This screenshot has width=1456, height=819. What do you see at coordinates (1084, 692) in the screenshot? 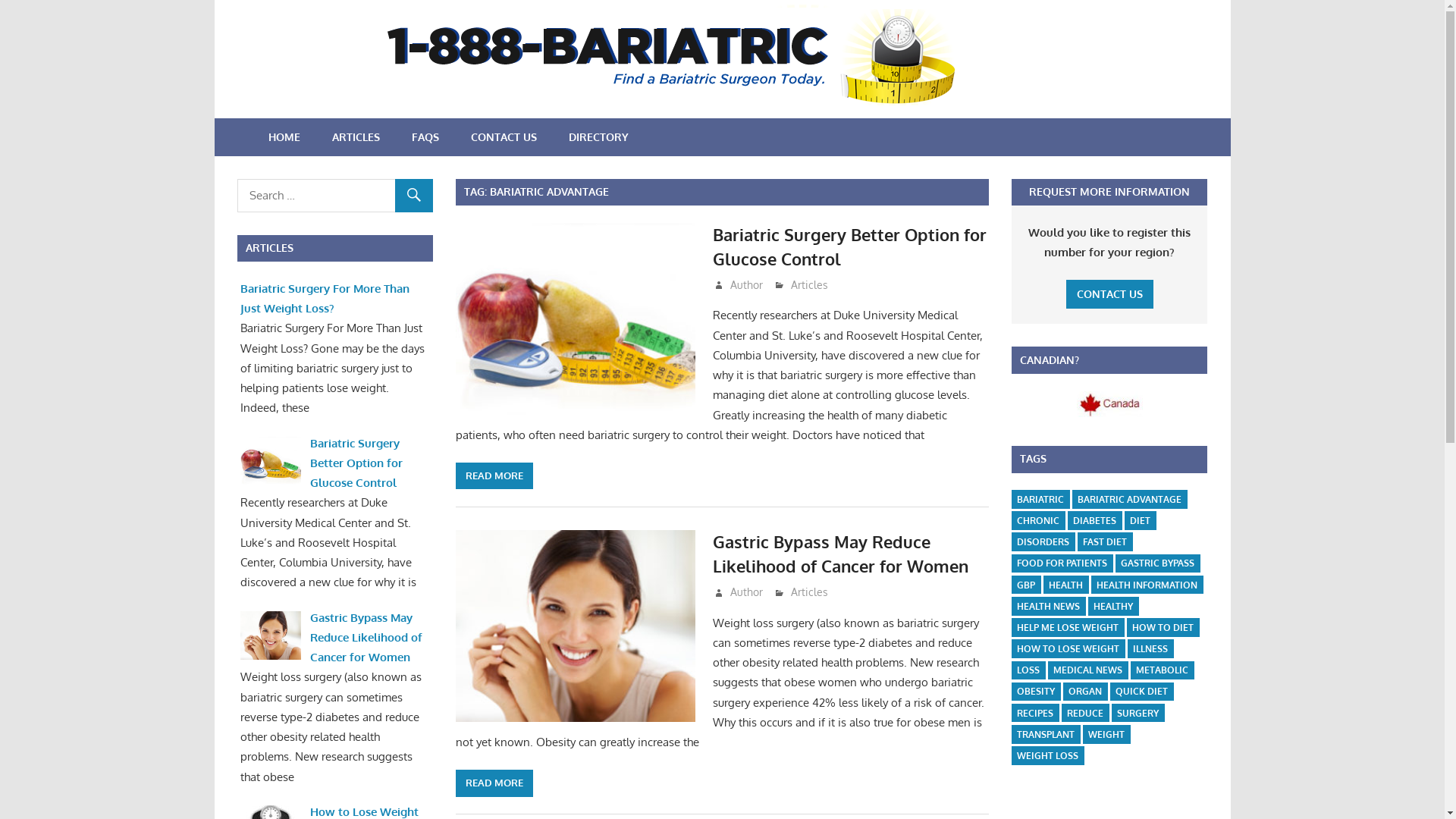
I see `'ORGAN'` at bounding box center [1084, 692].